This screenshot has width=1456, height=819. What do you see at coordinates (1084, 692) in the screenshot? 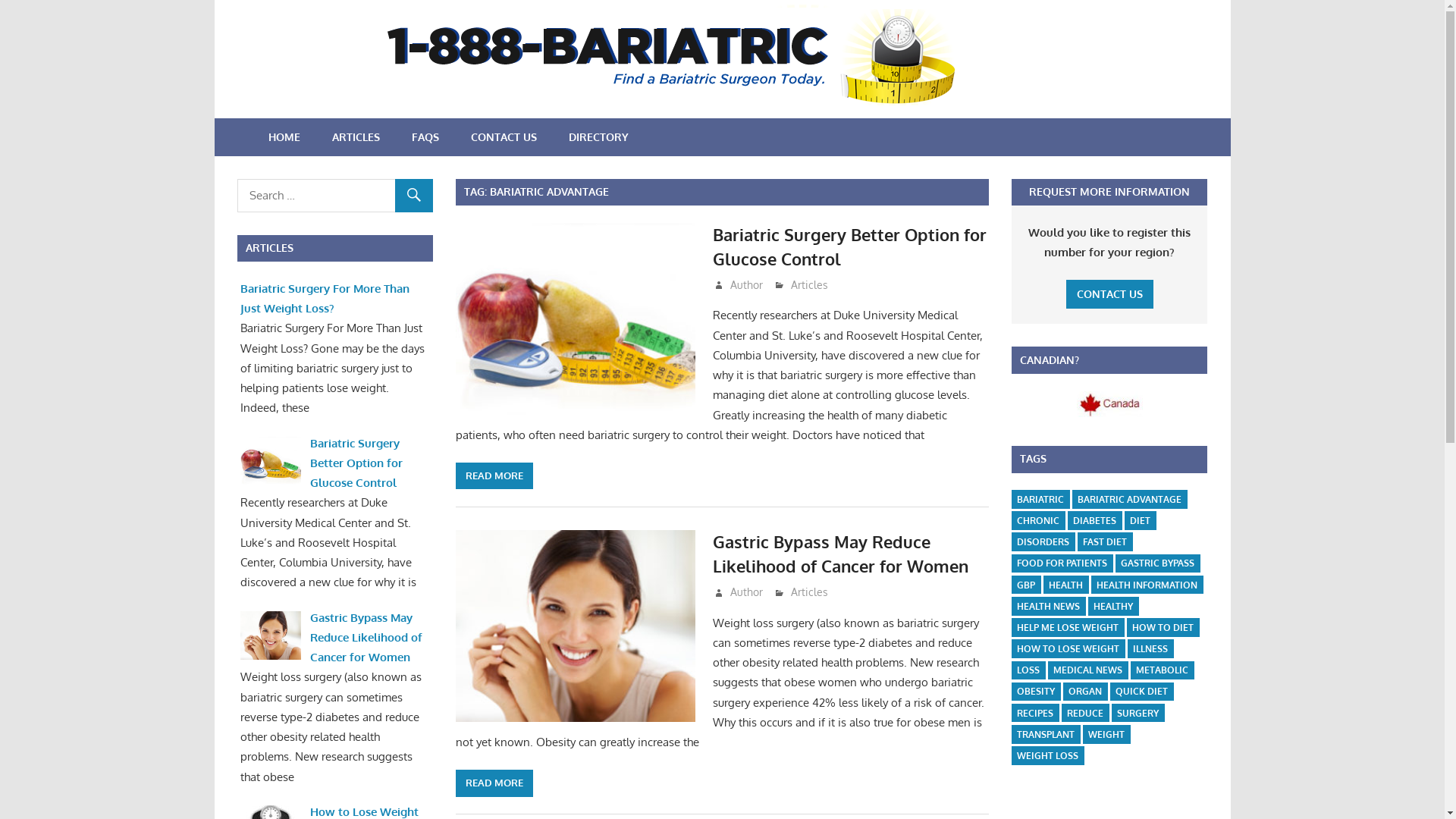
I see `'ORGAN'` at bounding box center [1084, 692].